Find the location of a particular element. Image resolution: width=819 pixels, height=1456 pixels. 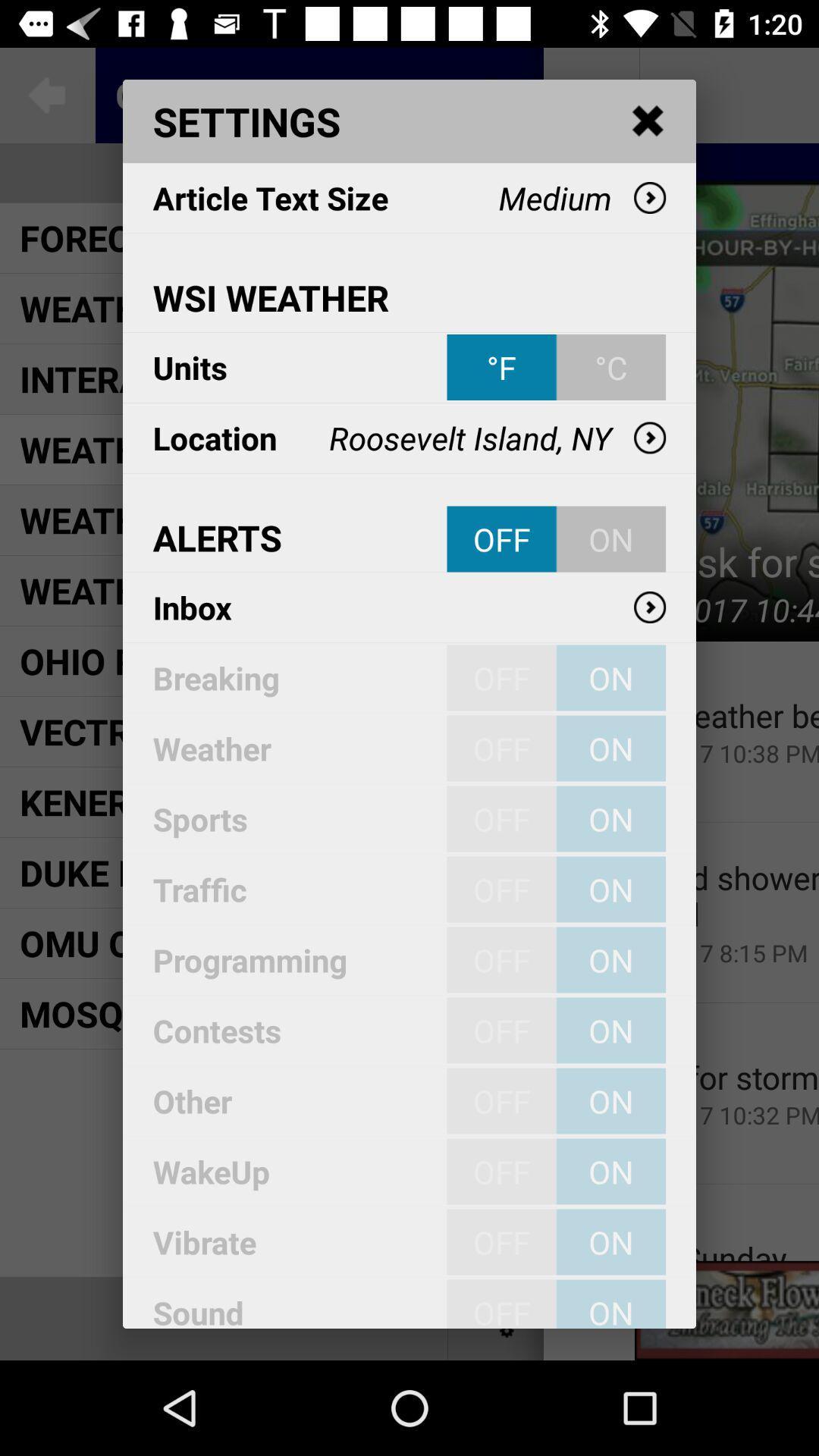

settings is located at coordinates (648, 121).